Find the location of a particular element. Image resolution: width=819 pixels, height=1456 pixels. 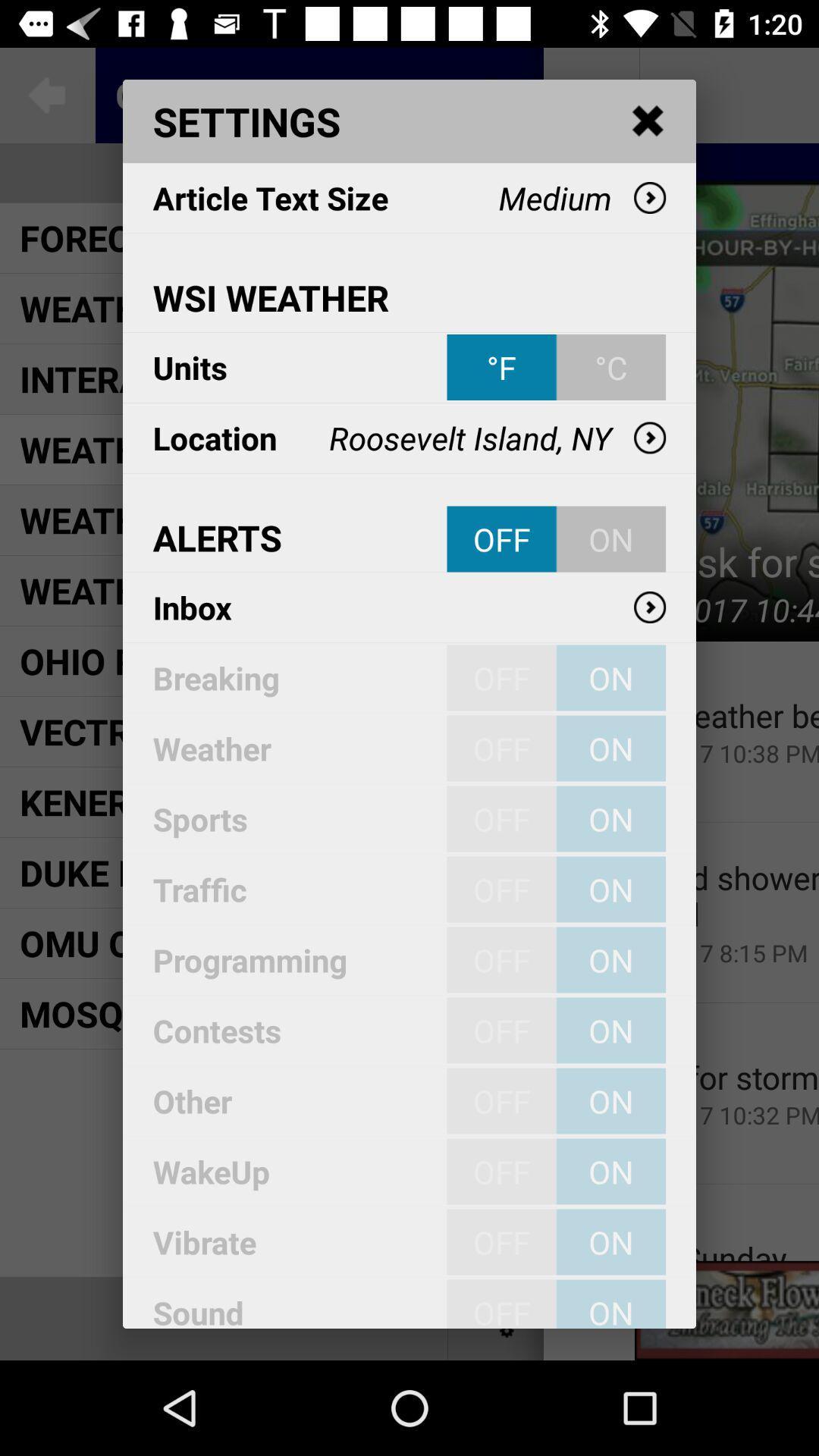

settings is located at coordinates (648, 121).